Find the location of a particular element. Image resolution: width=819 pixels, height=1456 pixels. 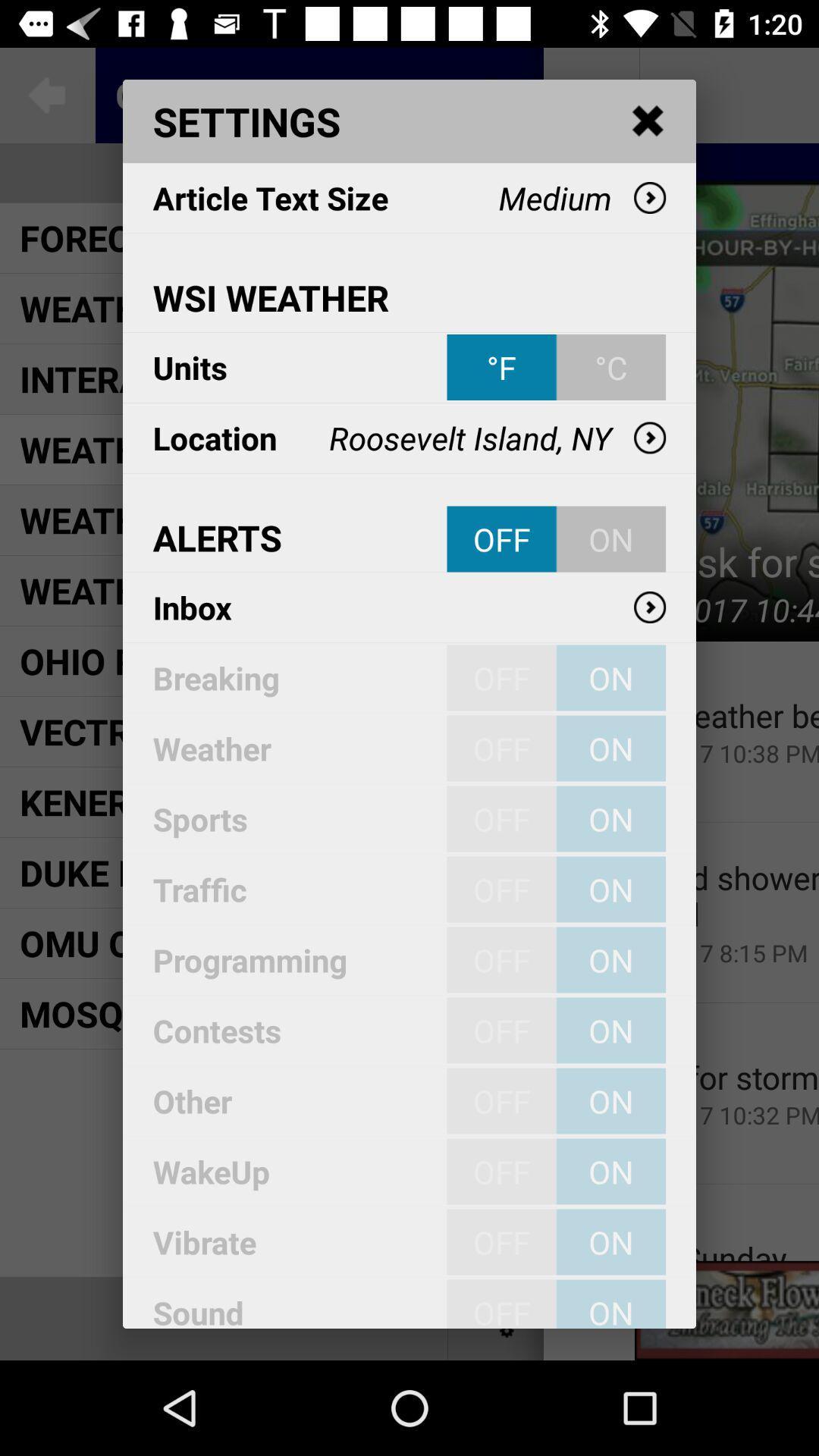

settings is located at coordinates (648, 121).